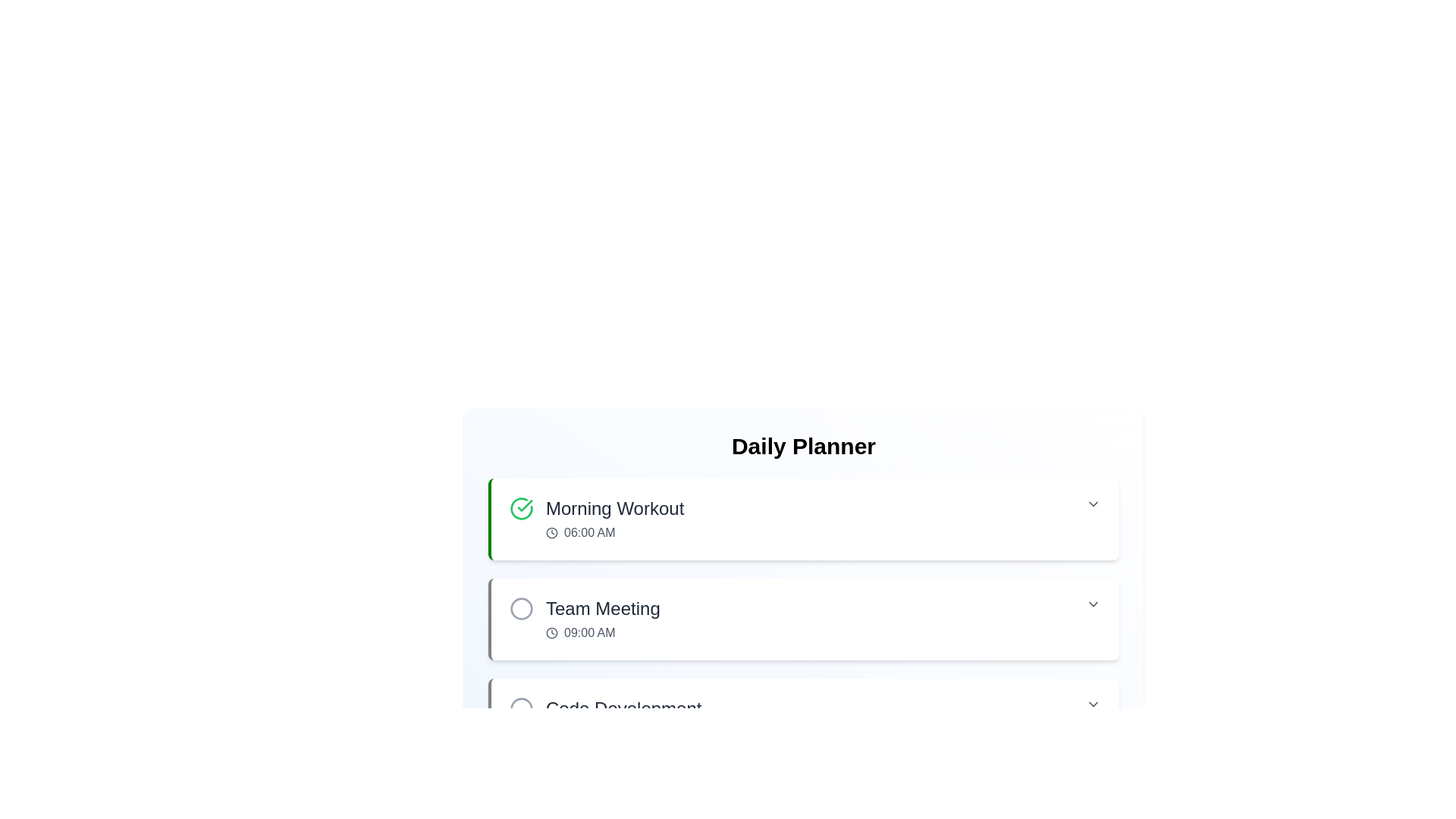 This screenshot has height=819, width=1456. I want to click on the circular icon with a thin outline located to the left of the 'Code Development' text in the 'Daily Planner' interface, so click(521, 708).